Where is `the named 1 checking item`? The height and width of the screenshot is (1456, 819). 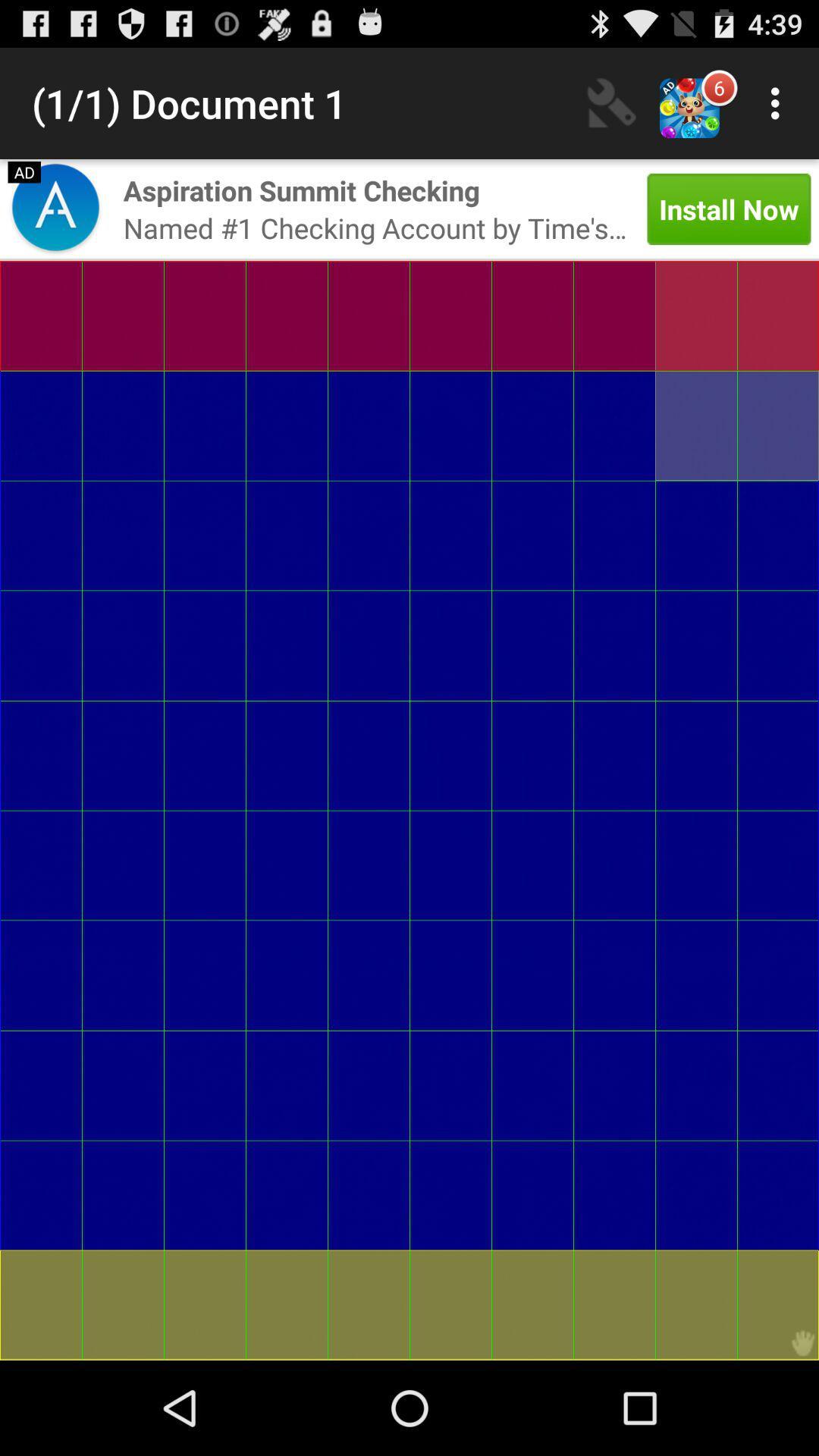
the named 1 checking item is located at coordinates (375, 227).